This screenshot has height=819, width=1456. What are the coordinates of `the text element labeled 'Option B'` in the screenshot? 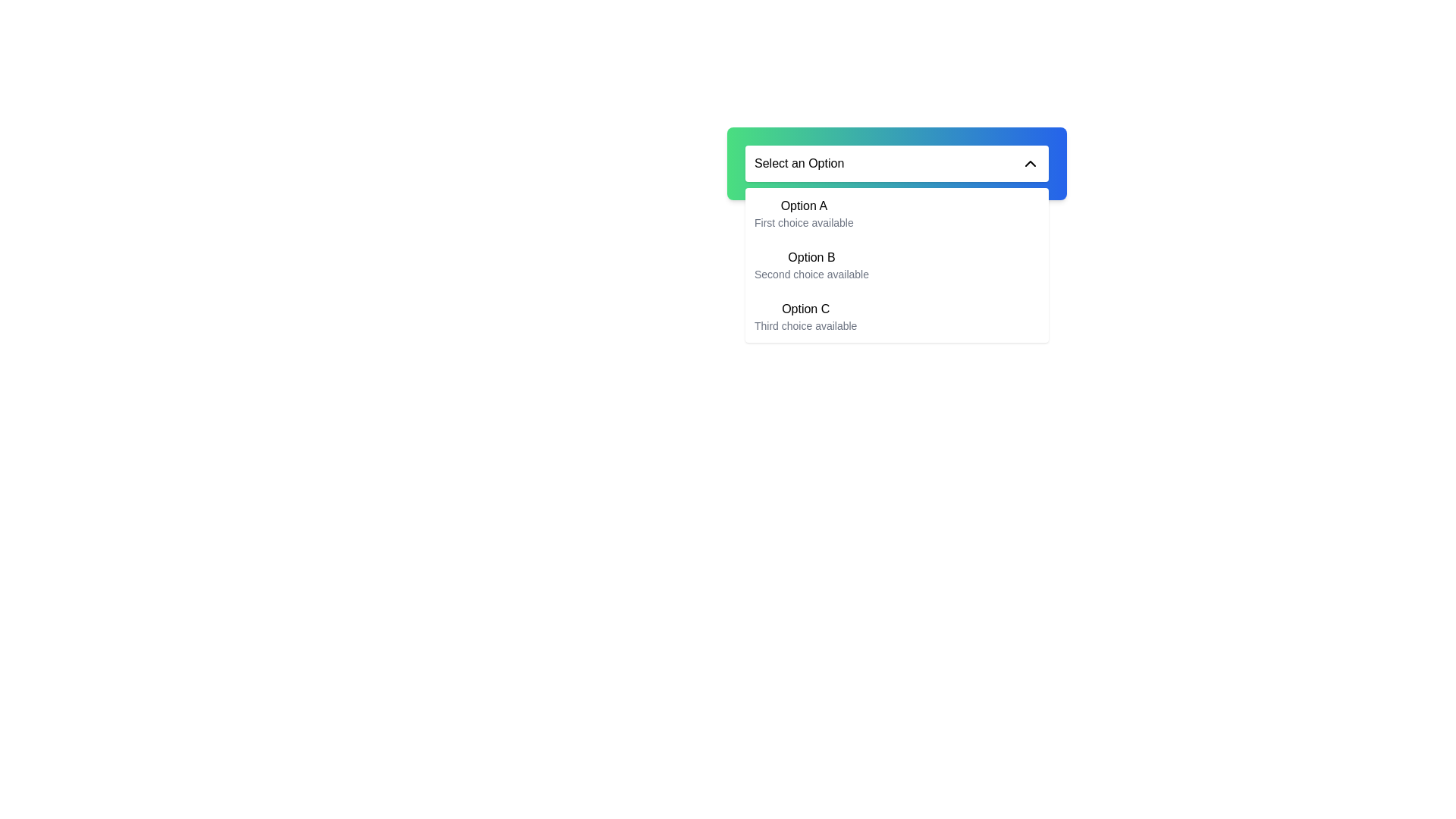 It's located at (811, 256).